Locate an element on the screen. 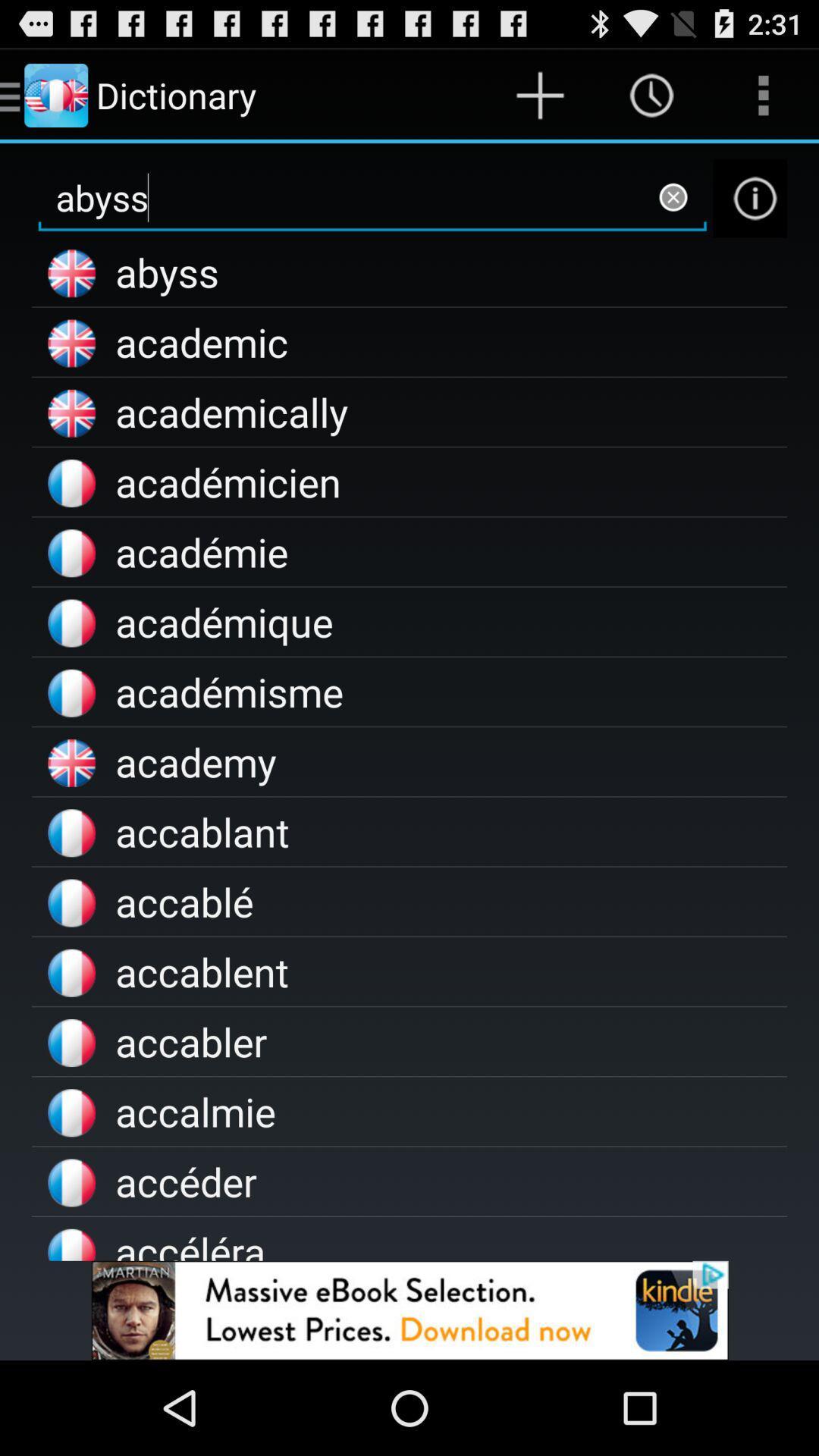  info is located at coordinates (749, 197).